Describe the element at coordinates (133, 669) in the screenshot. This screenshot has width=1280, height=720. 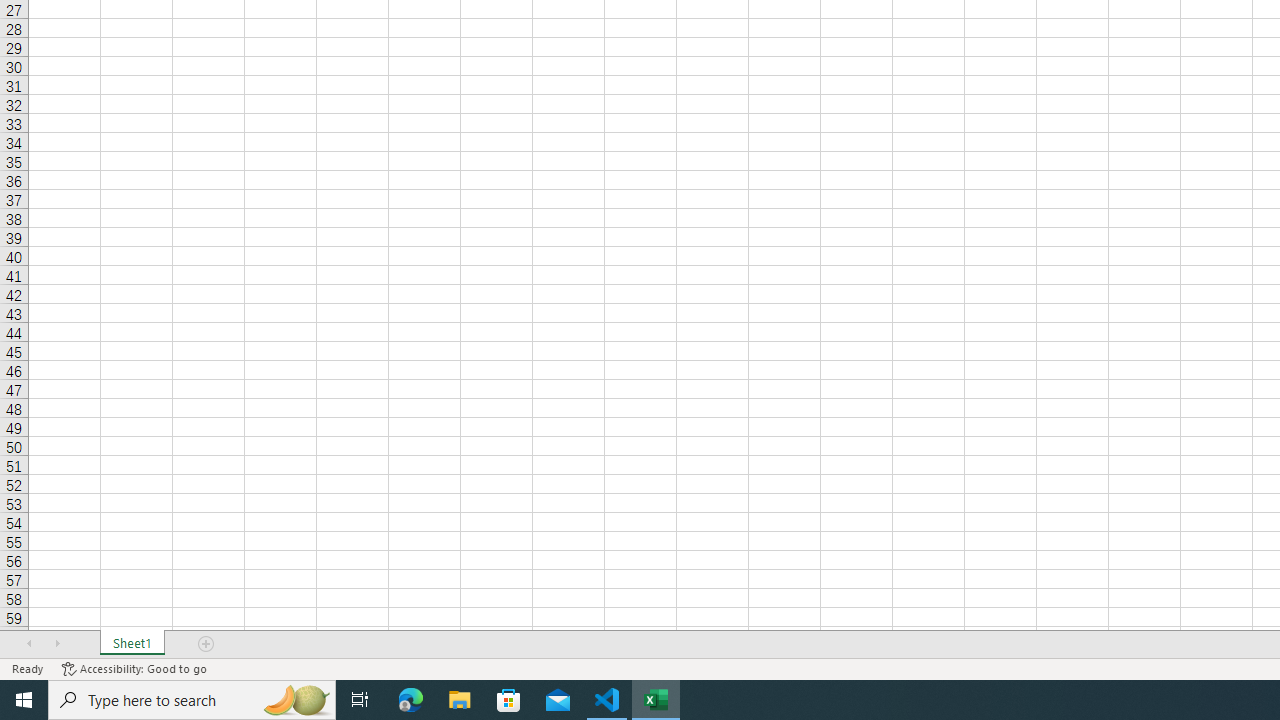
I see `'Accessibility Checker Accessibility: Good to go'` at that location.